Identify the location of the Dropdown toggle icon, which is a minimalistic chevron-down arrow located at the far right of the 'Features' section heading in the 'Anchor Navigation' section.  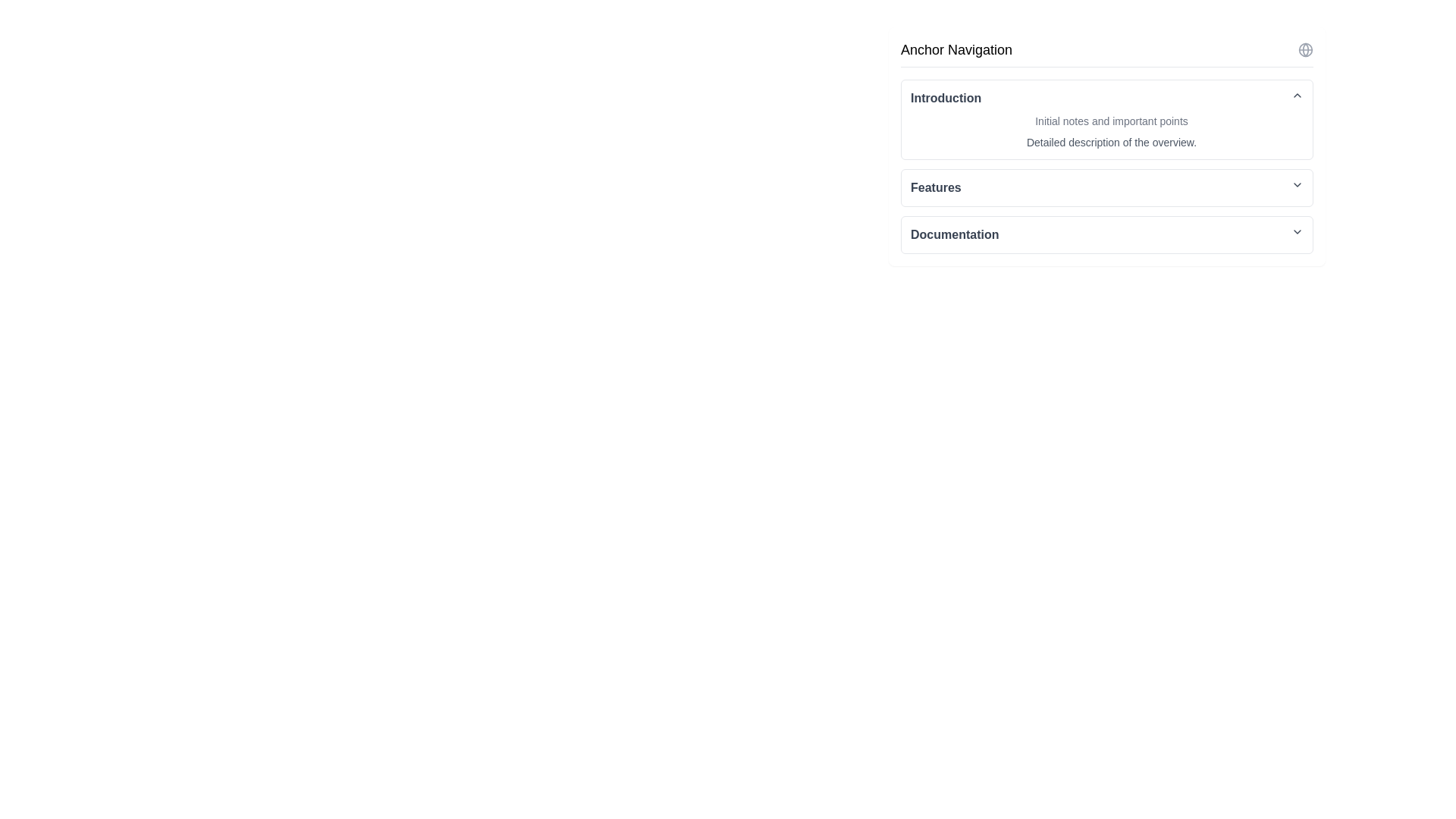
(1296, 184).